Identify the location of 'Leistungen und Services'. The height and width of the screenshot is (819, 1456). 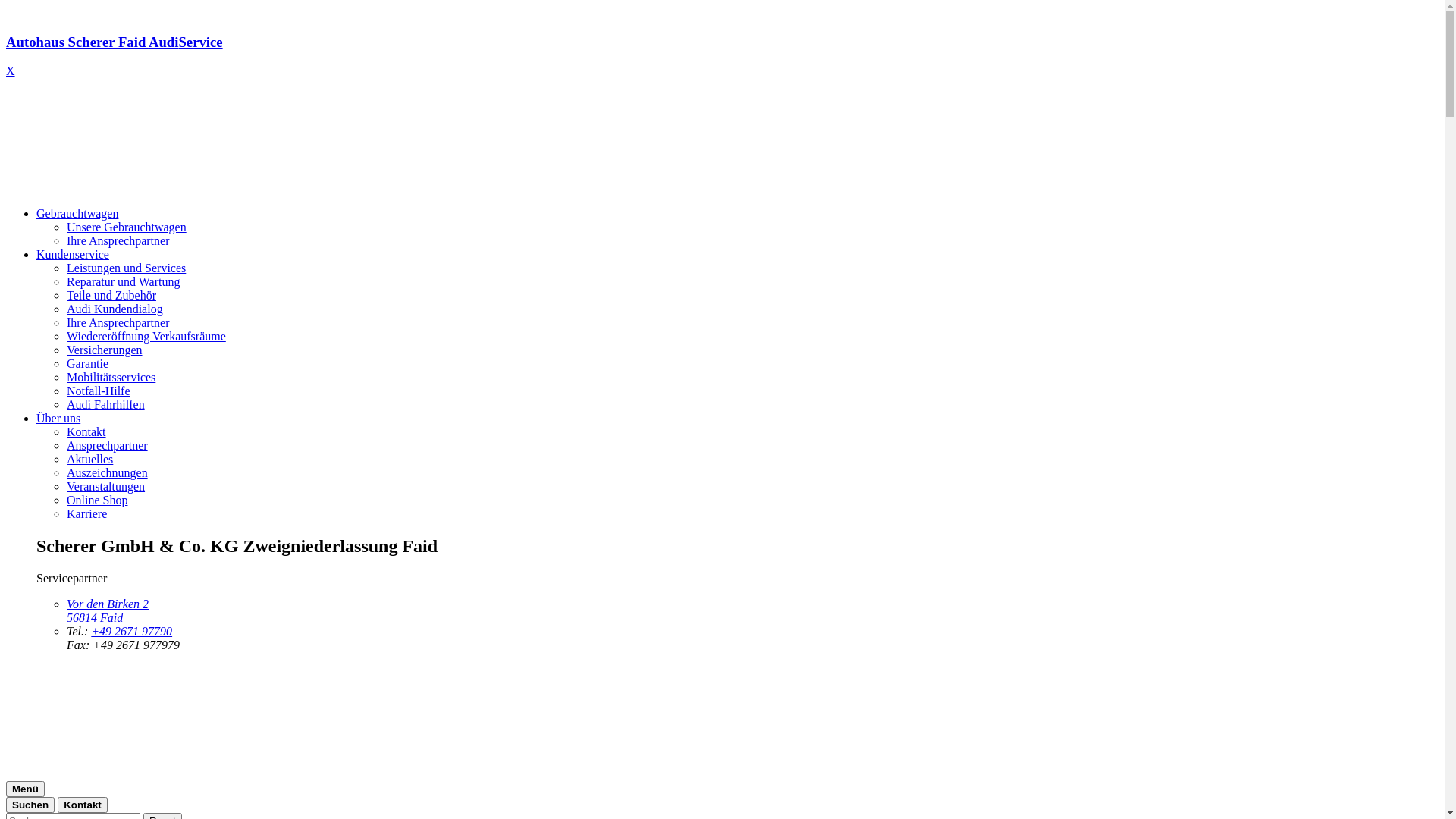
(126, 267).